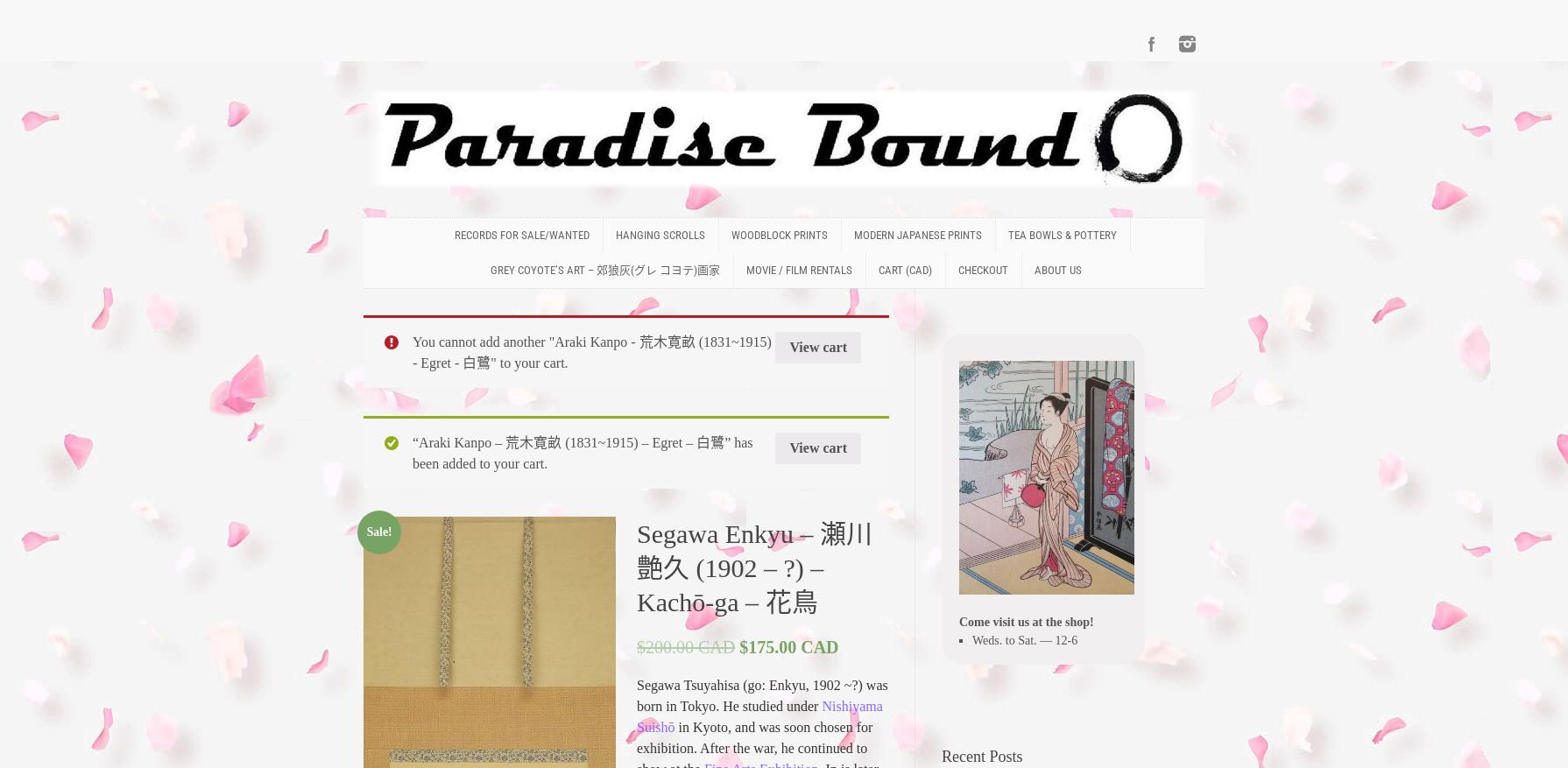  What do you see at coordinates (1026, 620) in the screenshot?
I see `'Come visit us at the shop!'` at bounding box center [1026, 620].